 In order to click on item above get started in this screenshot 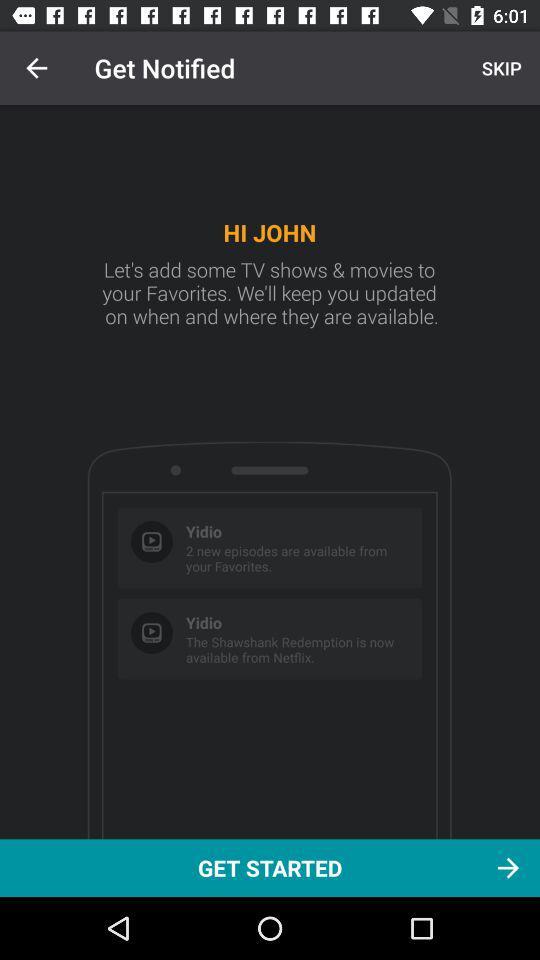, I will do `click(36, 68)`.